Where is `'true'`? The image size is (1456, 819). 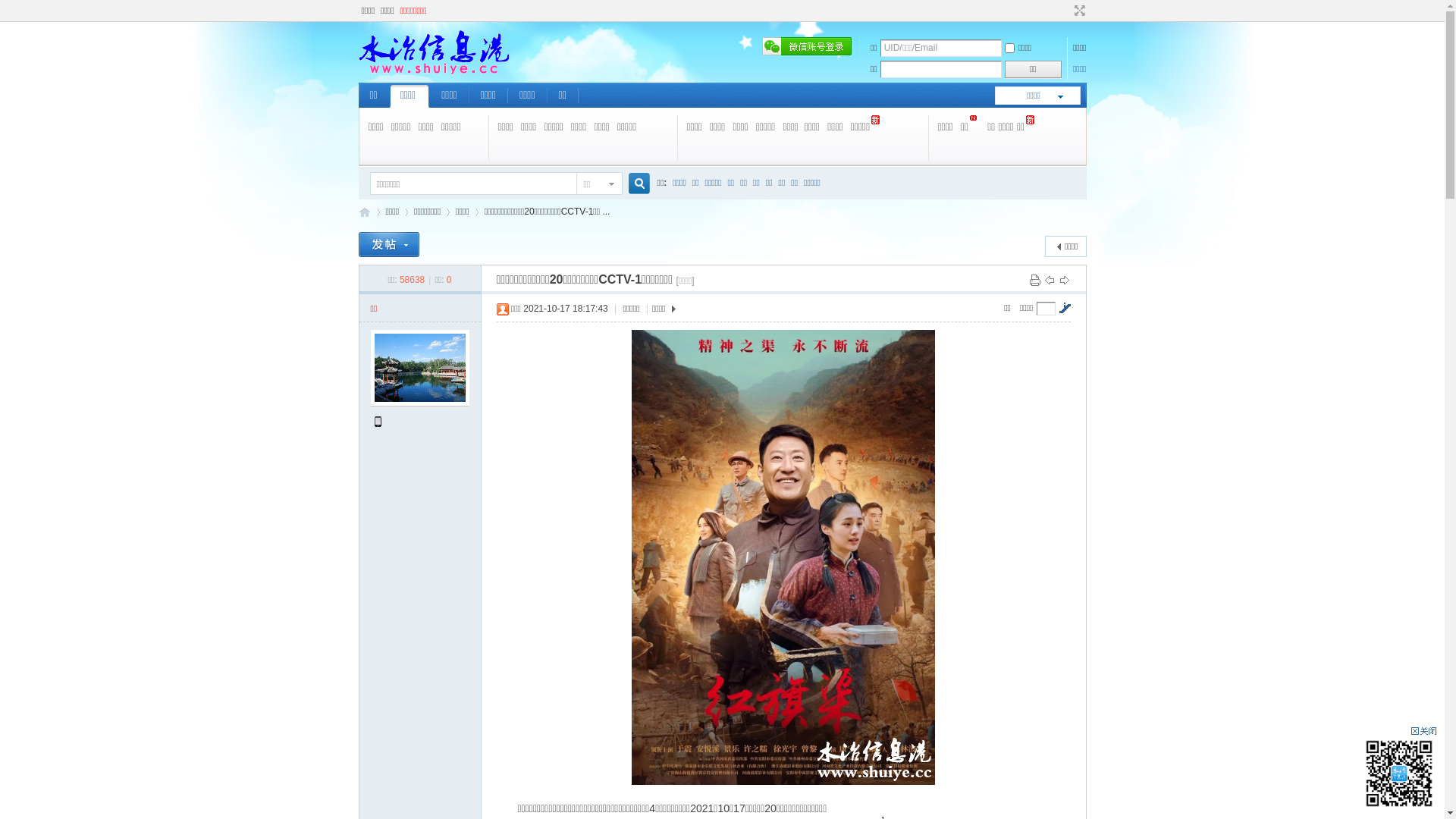 'true' is located at coordinates (632, 183).